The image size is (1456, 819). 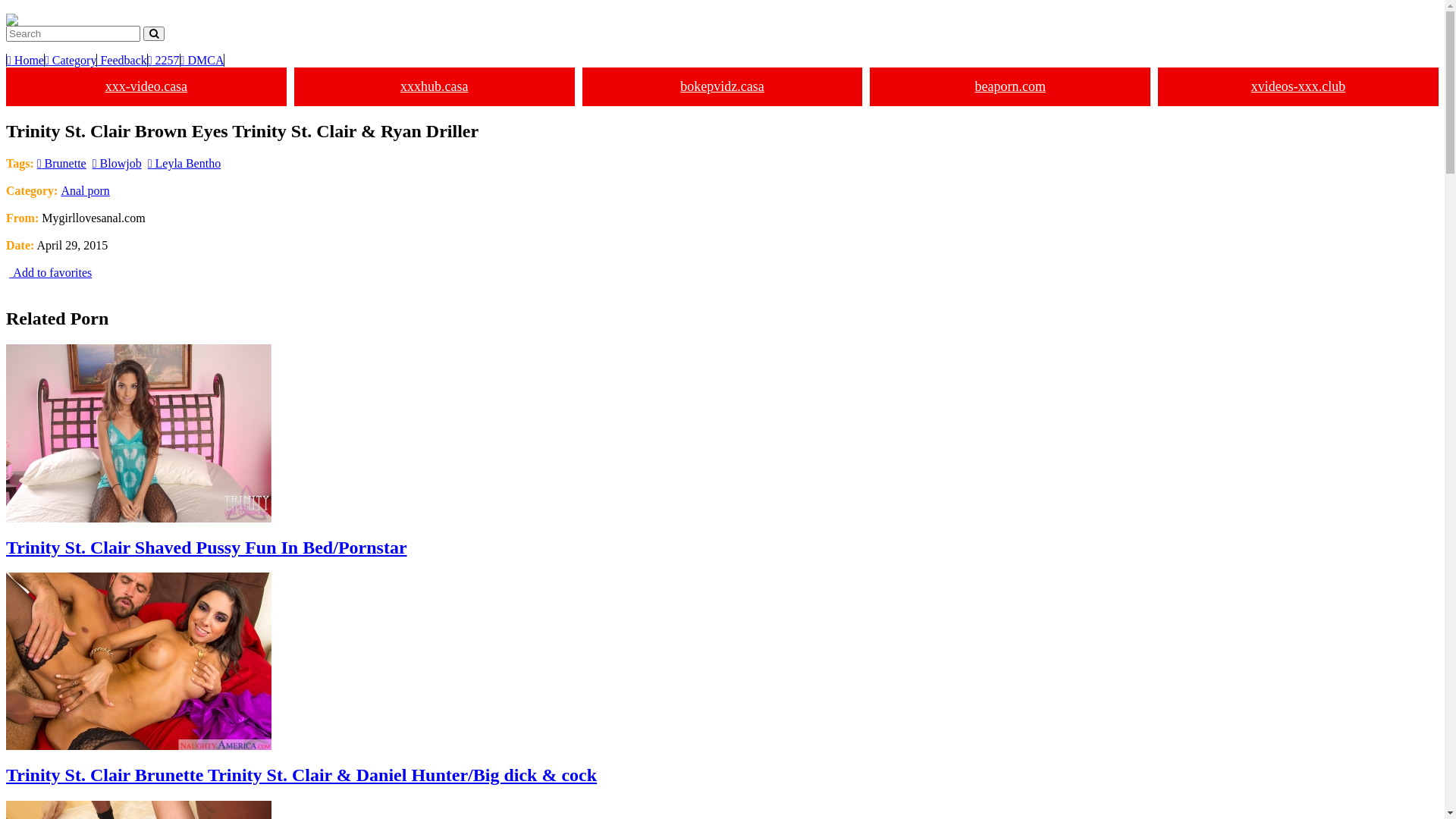 I want to click on 'Feedback', so click(x=122, y=59).